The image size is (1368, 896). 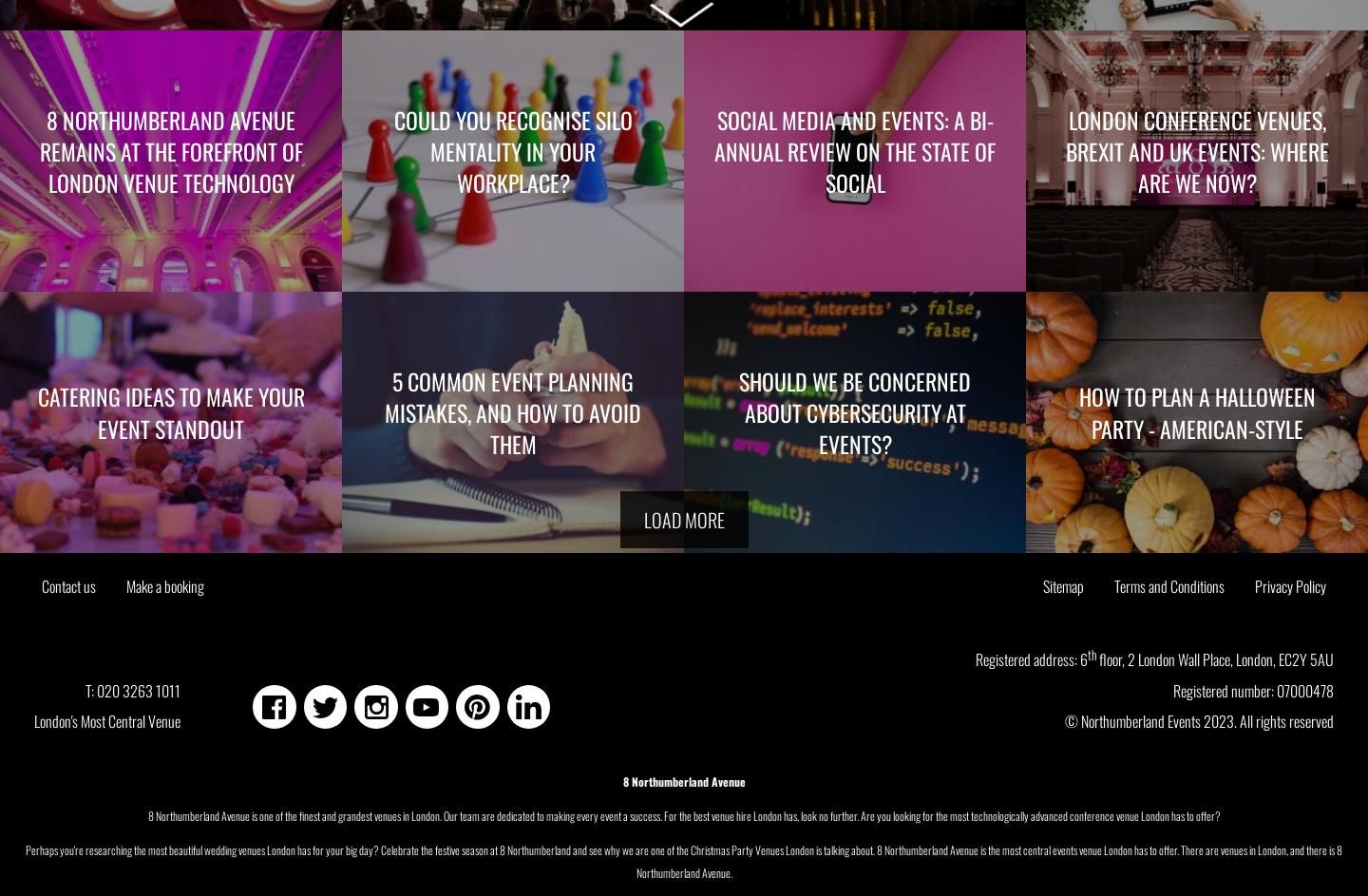 I want to click on 'Make a booking', so click(x=163, y=585).